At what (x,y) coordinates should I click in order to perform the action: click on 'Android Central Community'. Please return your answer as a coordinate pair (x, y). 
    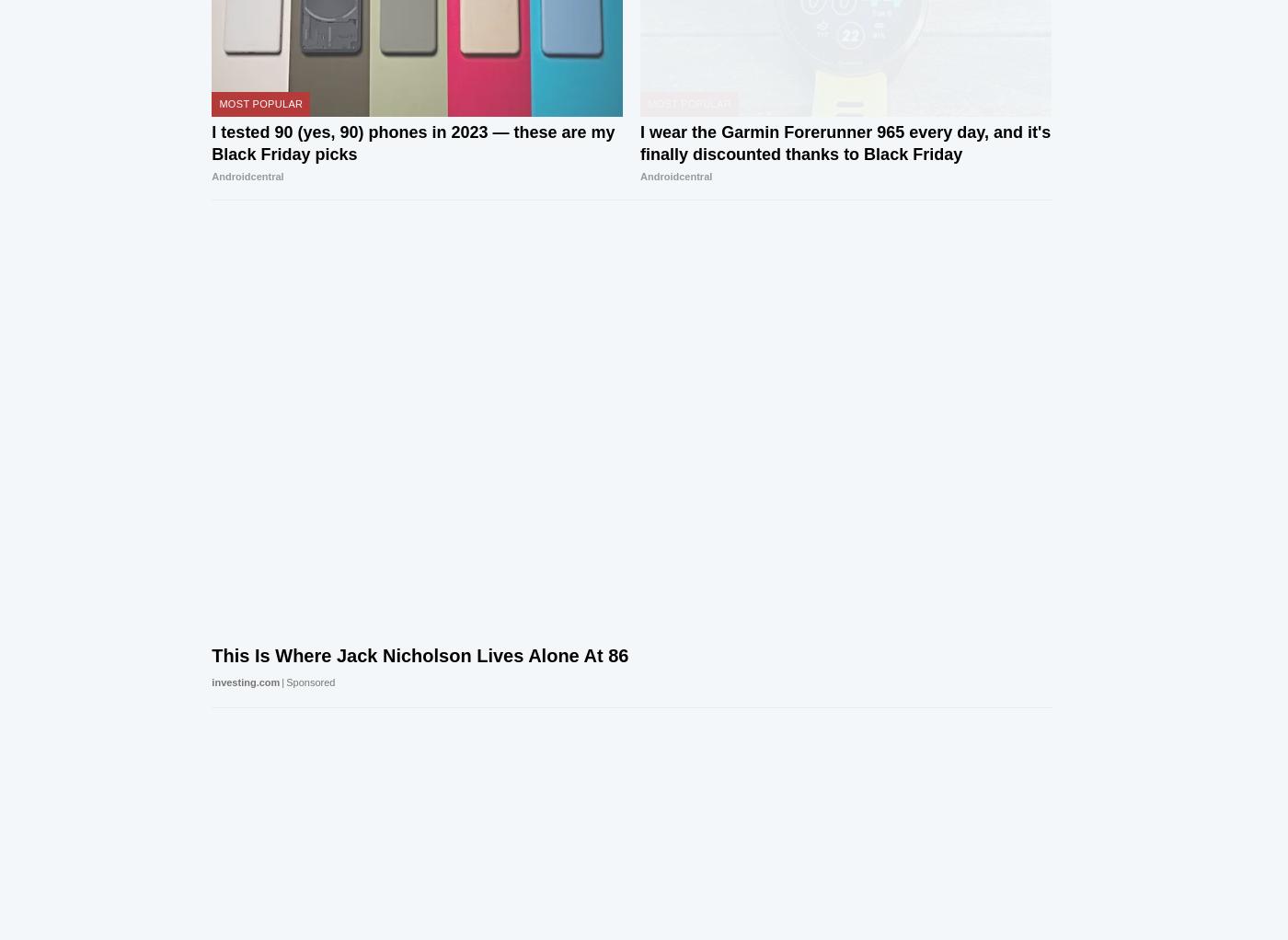
    Looking at the image, I should click on (409, 693).